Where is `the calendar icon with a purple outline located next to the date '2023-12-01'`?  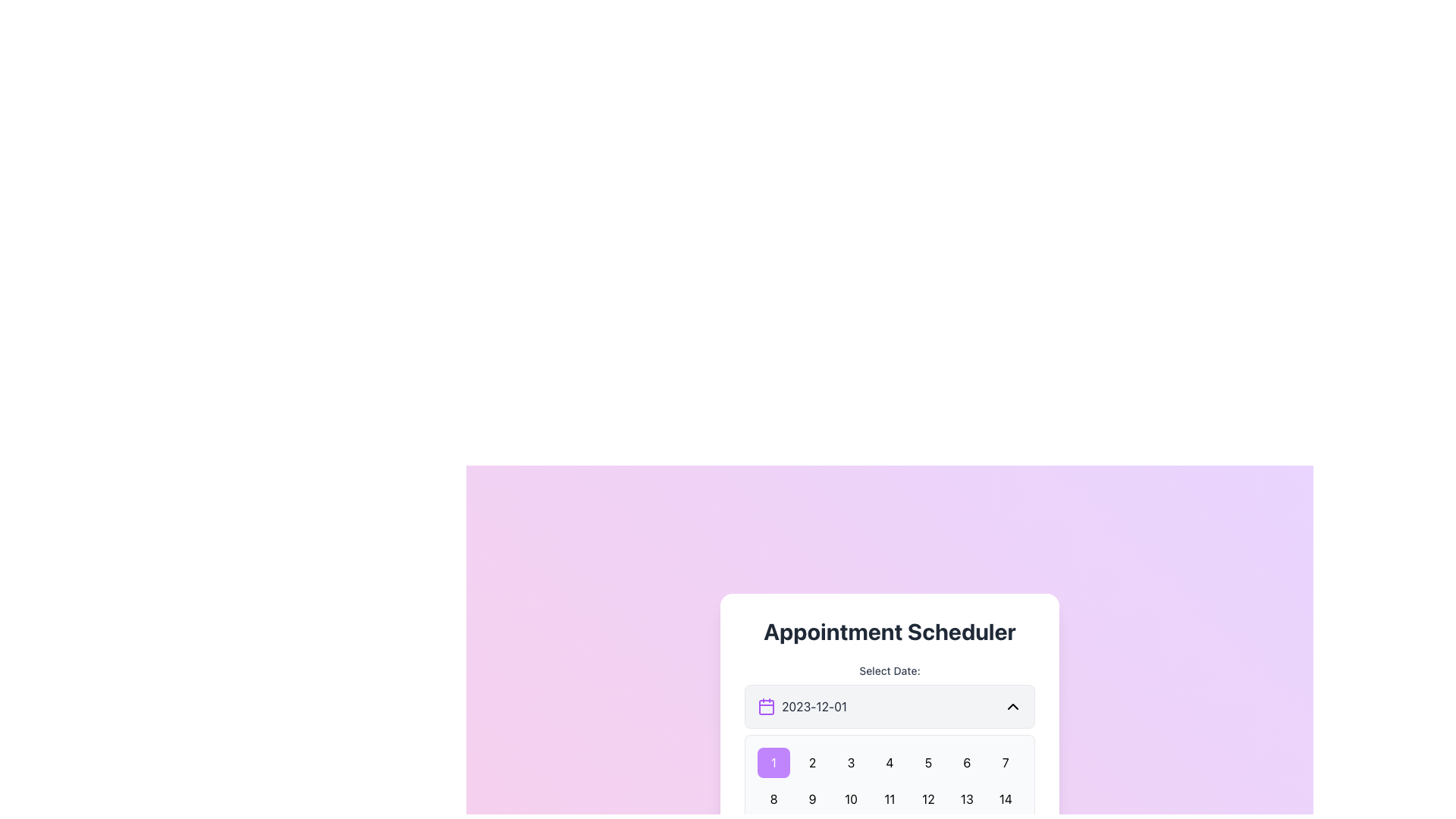
the calendar icon with a purple outline located next to the date '2023-12-01' is located at coordinates (767, 707).